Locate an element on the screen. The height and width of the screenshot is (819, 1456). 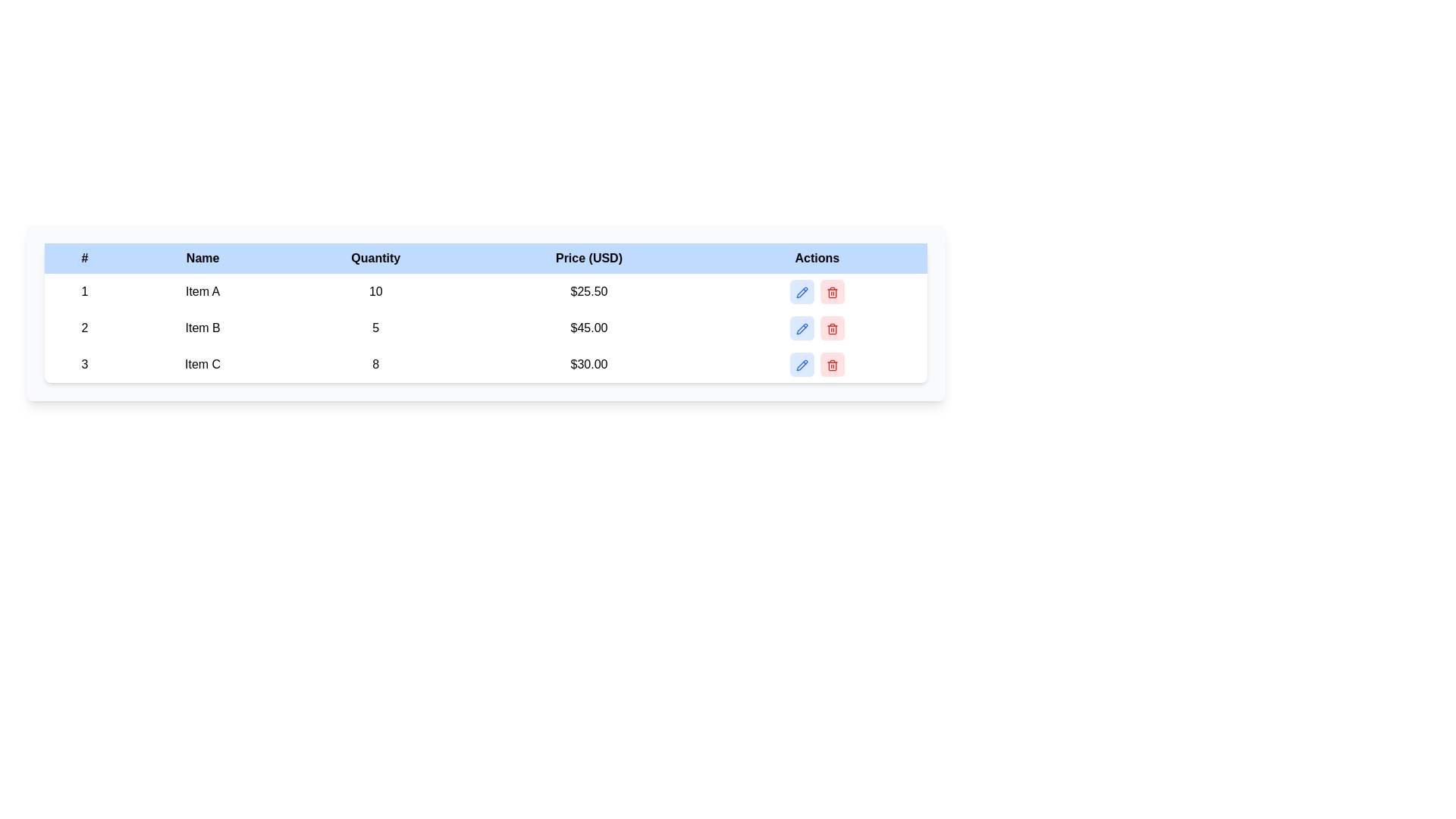
the third Table Header element which is located between the 'Name' and 'Price (USD)' headers, centrally positioned in the table is located at coordinates (375, 257).